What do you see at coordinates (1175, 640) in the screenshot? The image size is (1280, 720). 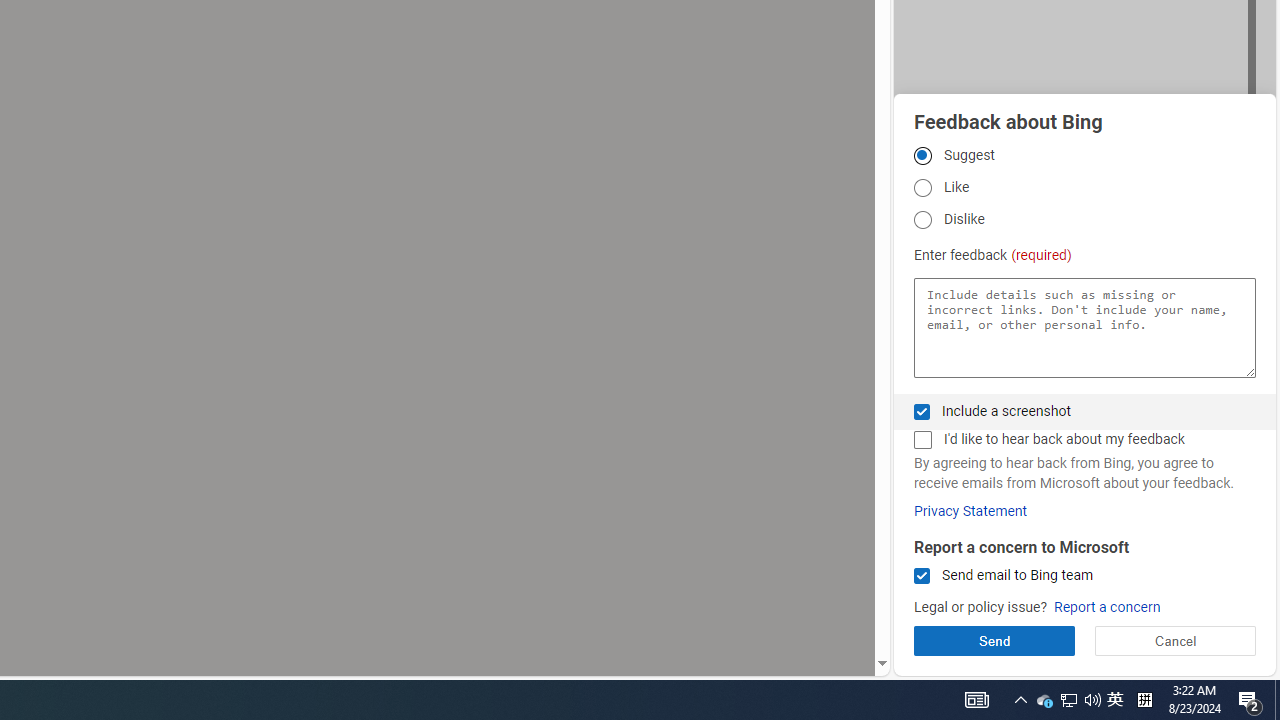 I see `'Cancel'` at bounding box center [1175, 640].